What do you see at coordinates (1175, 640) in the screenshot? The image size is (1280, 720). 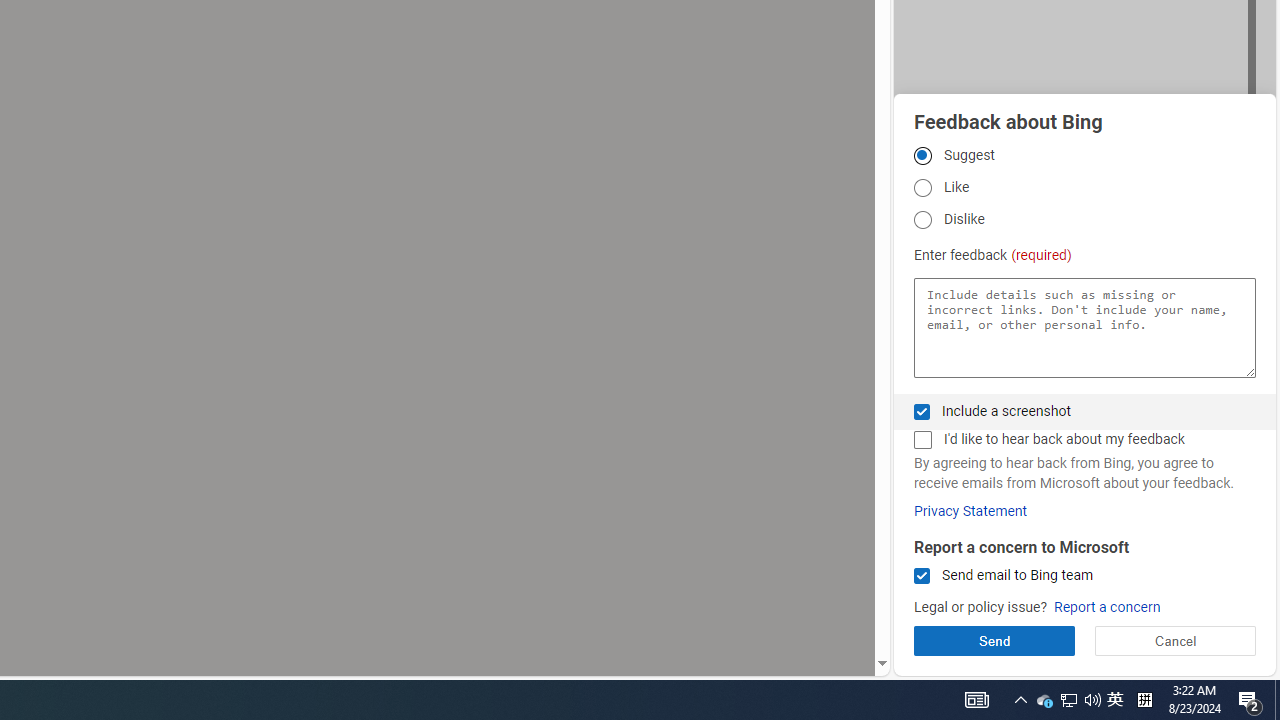 I see `'Cancel'` at bounding box center [1175, 640].